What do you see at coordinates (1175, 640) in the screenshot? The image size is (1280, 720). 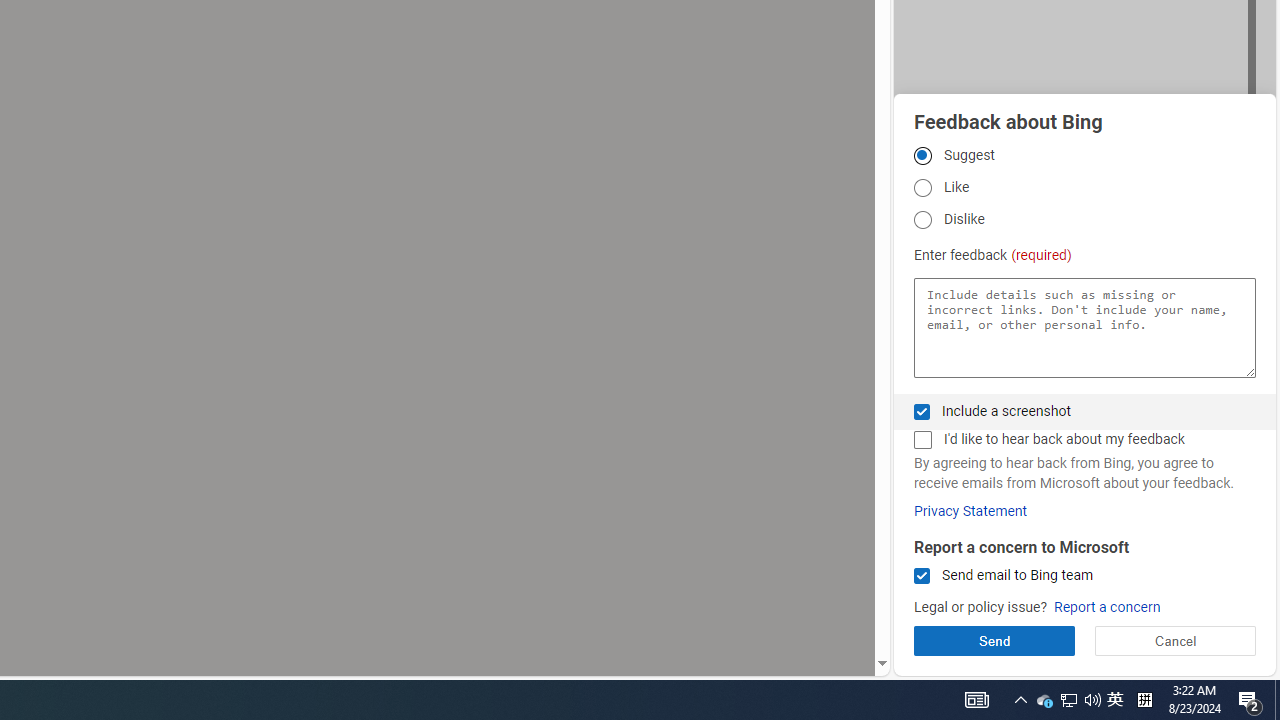 I see `'Cancel'` at bounding box center [1175, 640].